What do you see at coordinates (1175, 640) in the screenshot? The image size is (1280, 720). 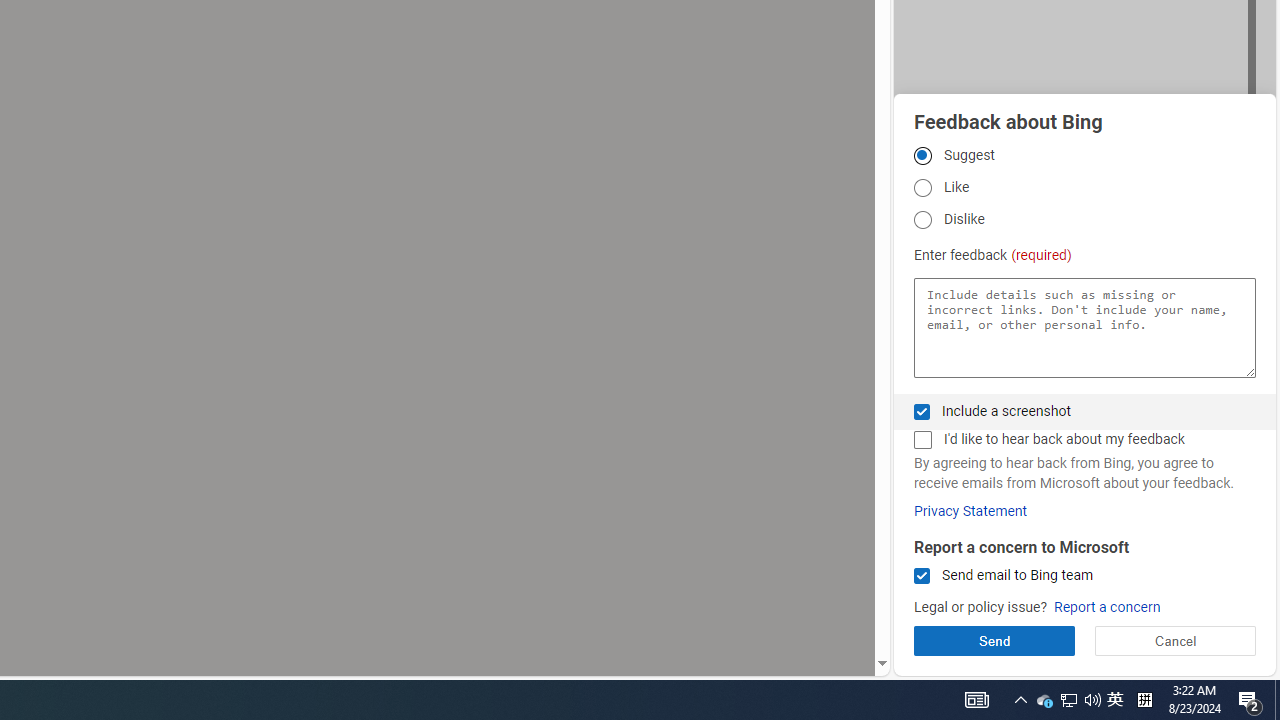 I see `'Cancel'` at bounding box center [1175, 640].